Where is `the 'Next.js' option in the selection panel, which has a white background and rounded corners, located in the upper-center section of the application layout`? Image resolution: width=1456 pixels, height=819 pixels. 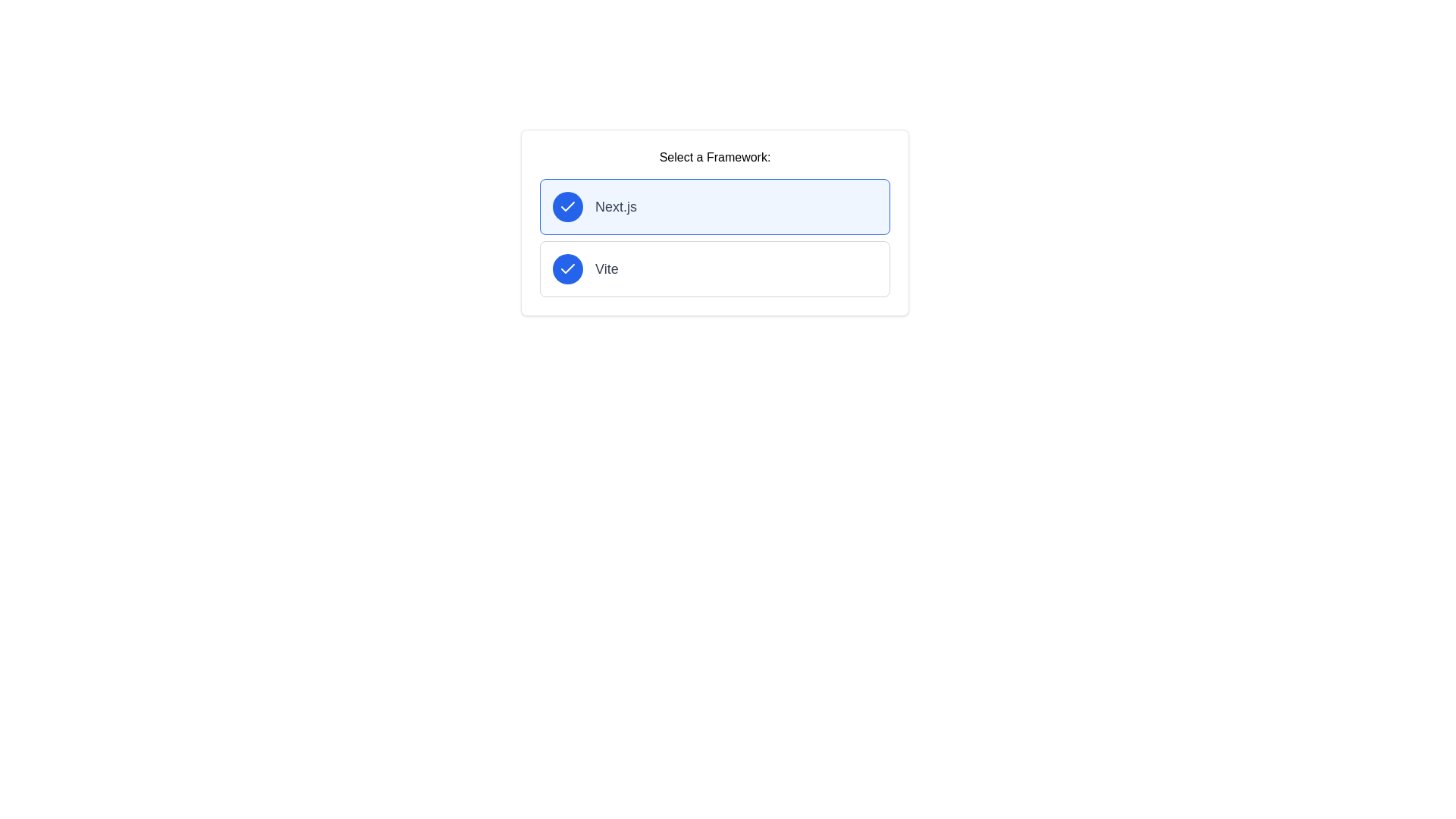 the 'Next.js' option in the selection panel, which has a white background and rounded corners, located in the upper-center section of the application layout is located at coordinates (714, 222).